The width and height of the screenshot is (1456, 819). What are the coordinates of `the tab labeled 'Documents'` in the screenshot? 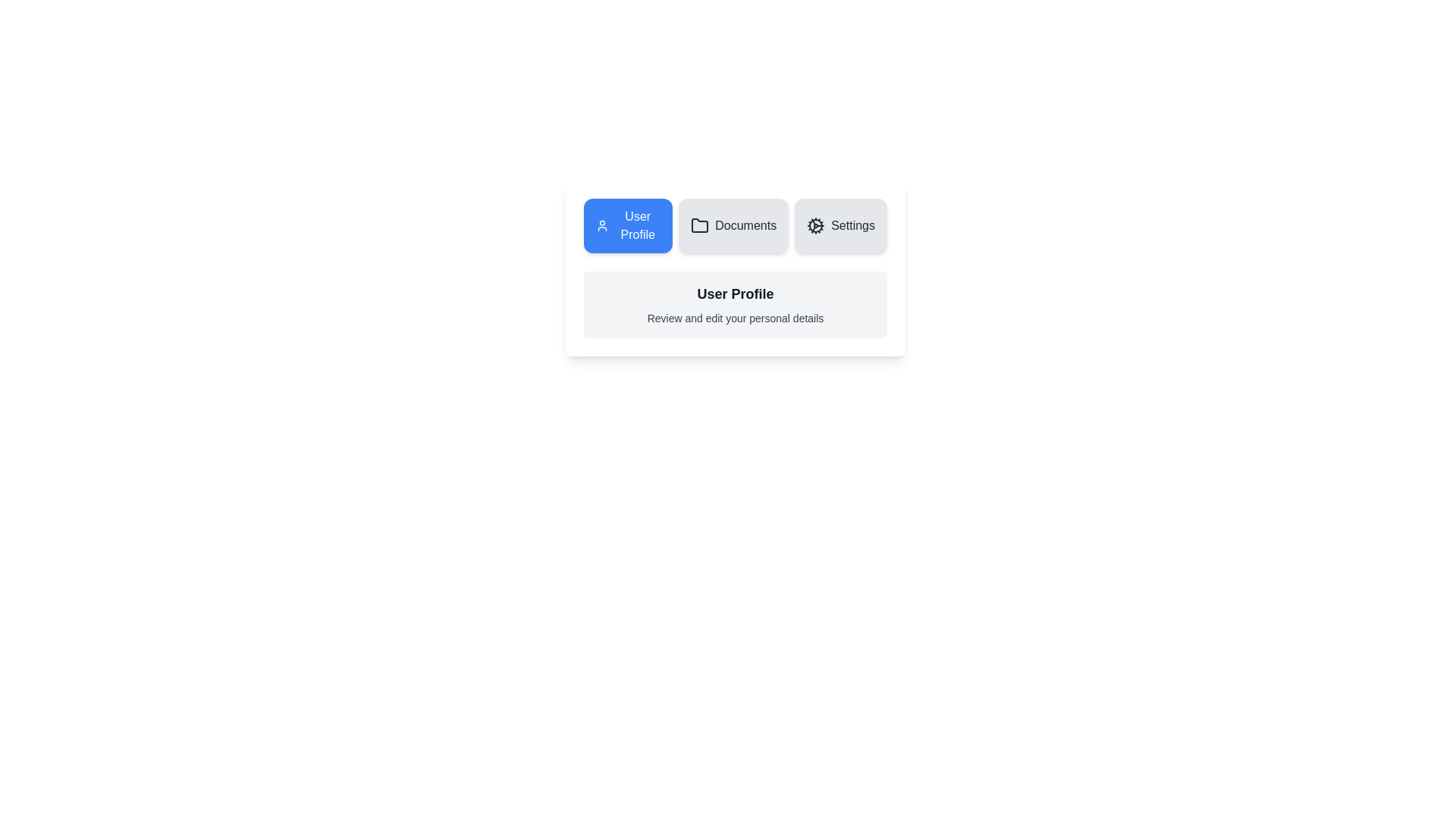 It's located at (733, 225).